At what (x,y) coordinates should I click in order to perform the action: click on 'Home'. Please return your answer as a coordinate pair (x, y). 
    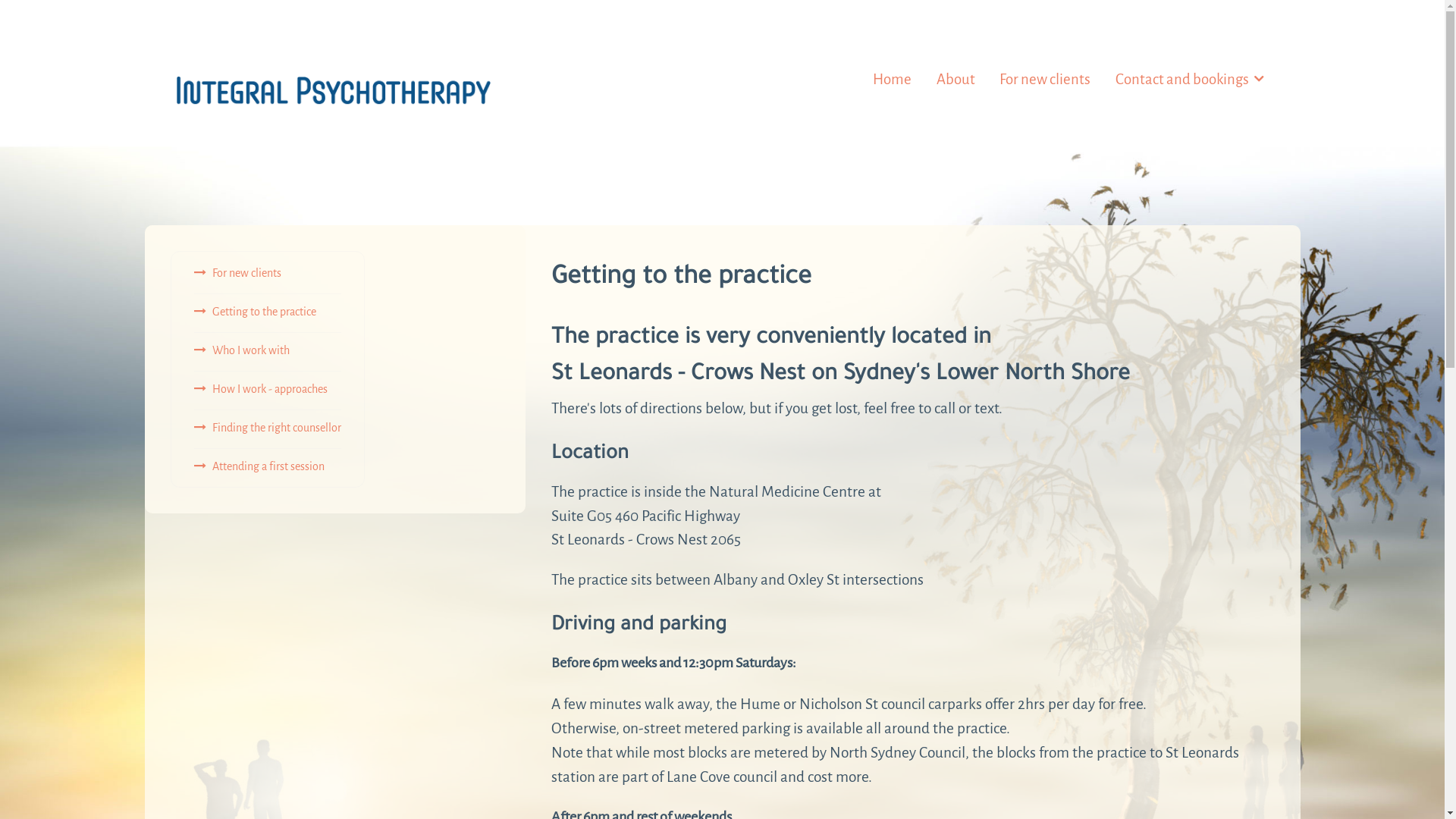
    Looking at the image, I should click on (892, 79).